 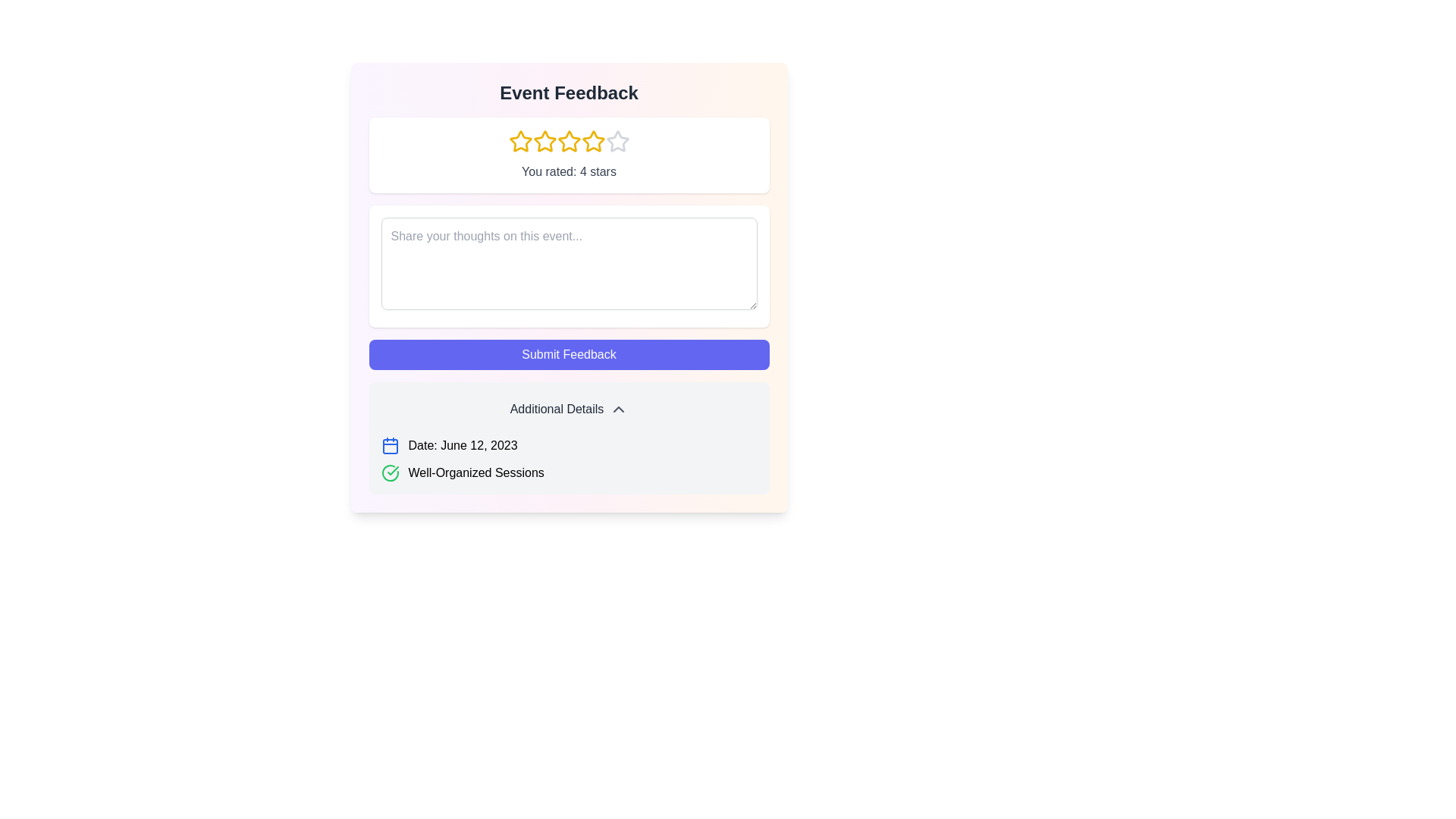 I want to click on the active rating star element, which consists of five stars with four filled yellow stars, so click(x=568, y=141).